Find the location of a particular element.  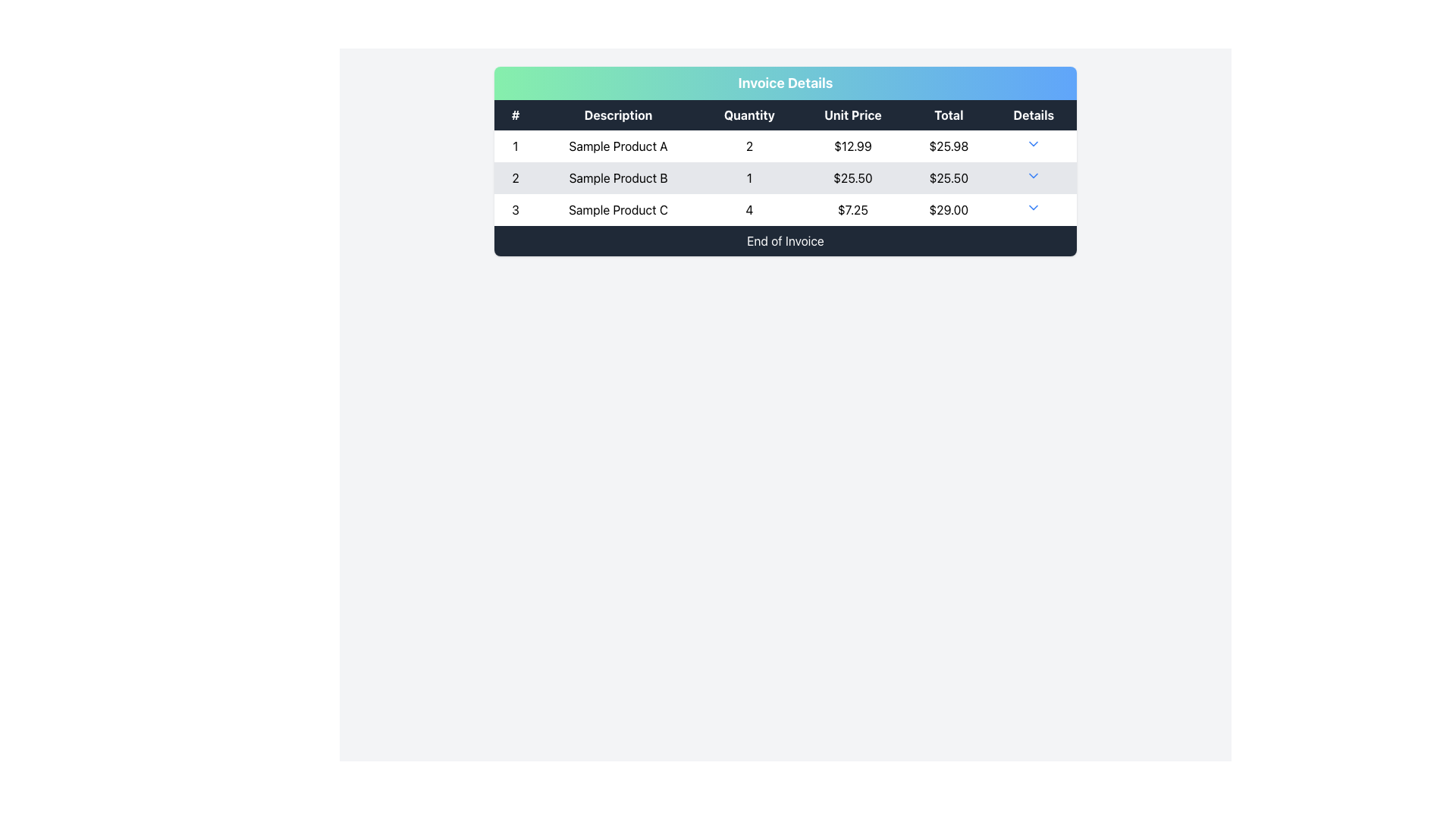

the static text label displaying the quantity amount of 'Sample Product A' in the table's third column is located at coordinates (749, 146).